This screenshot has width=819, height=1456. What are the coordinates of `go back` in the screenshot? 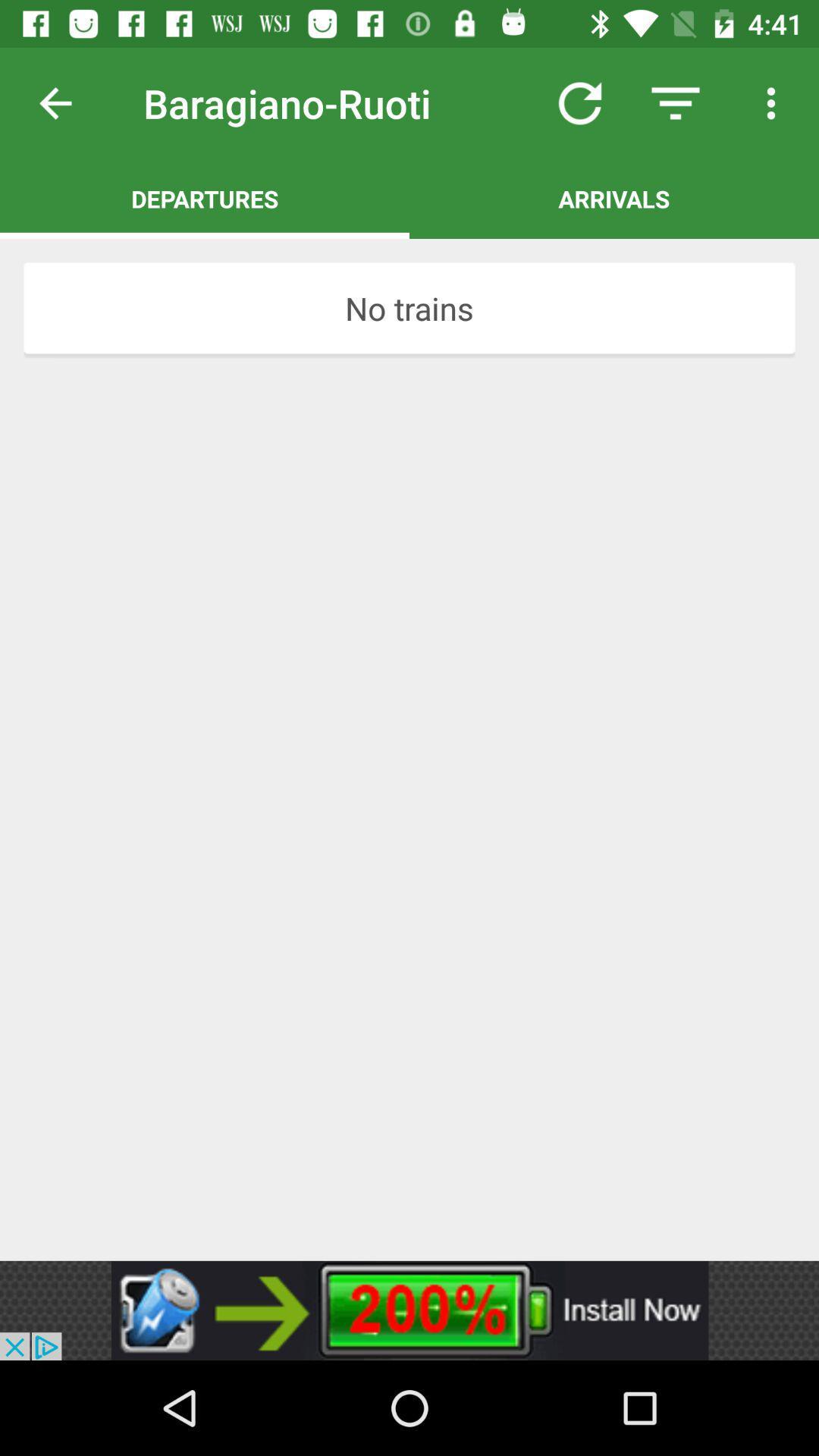 It's located at (67, 102).